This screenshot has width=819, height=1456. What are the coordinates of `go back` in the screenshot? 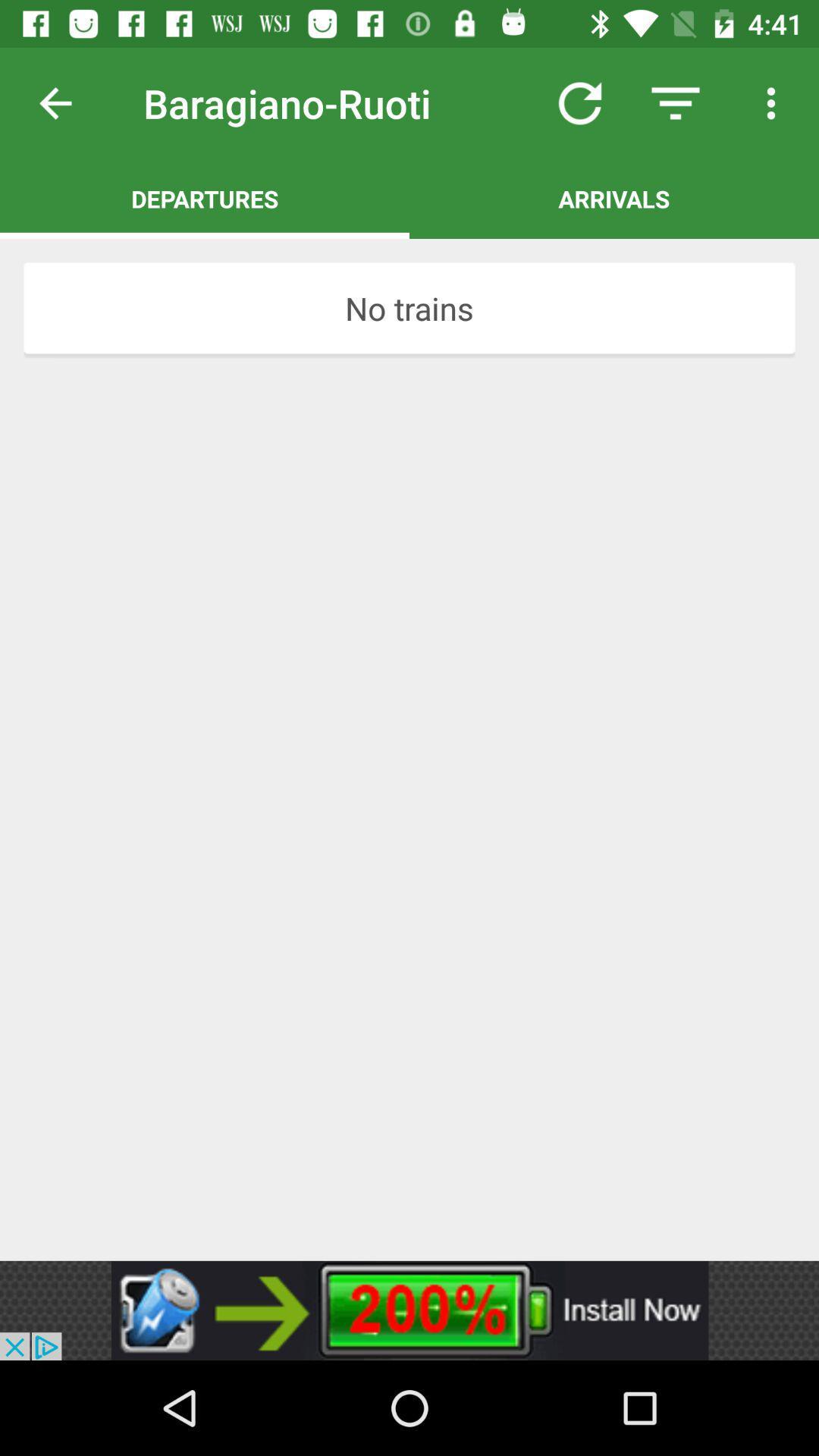 It's located at (67, 102).